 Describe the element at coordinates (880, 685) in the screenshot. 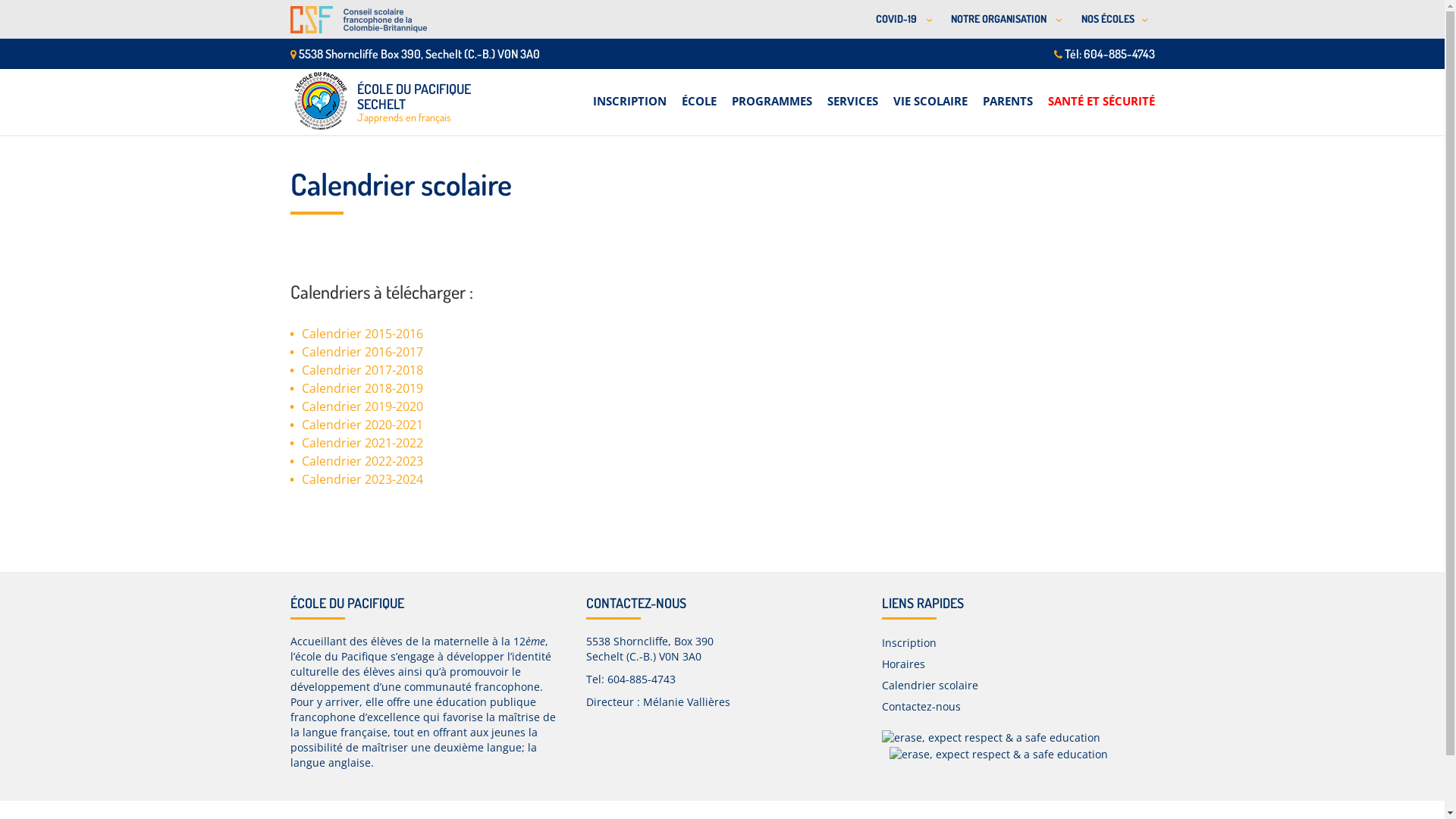

I see `'Calendrier scolaire'` at that location.